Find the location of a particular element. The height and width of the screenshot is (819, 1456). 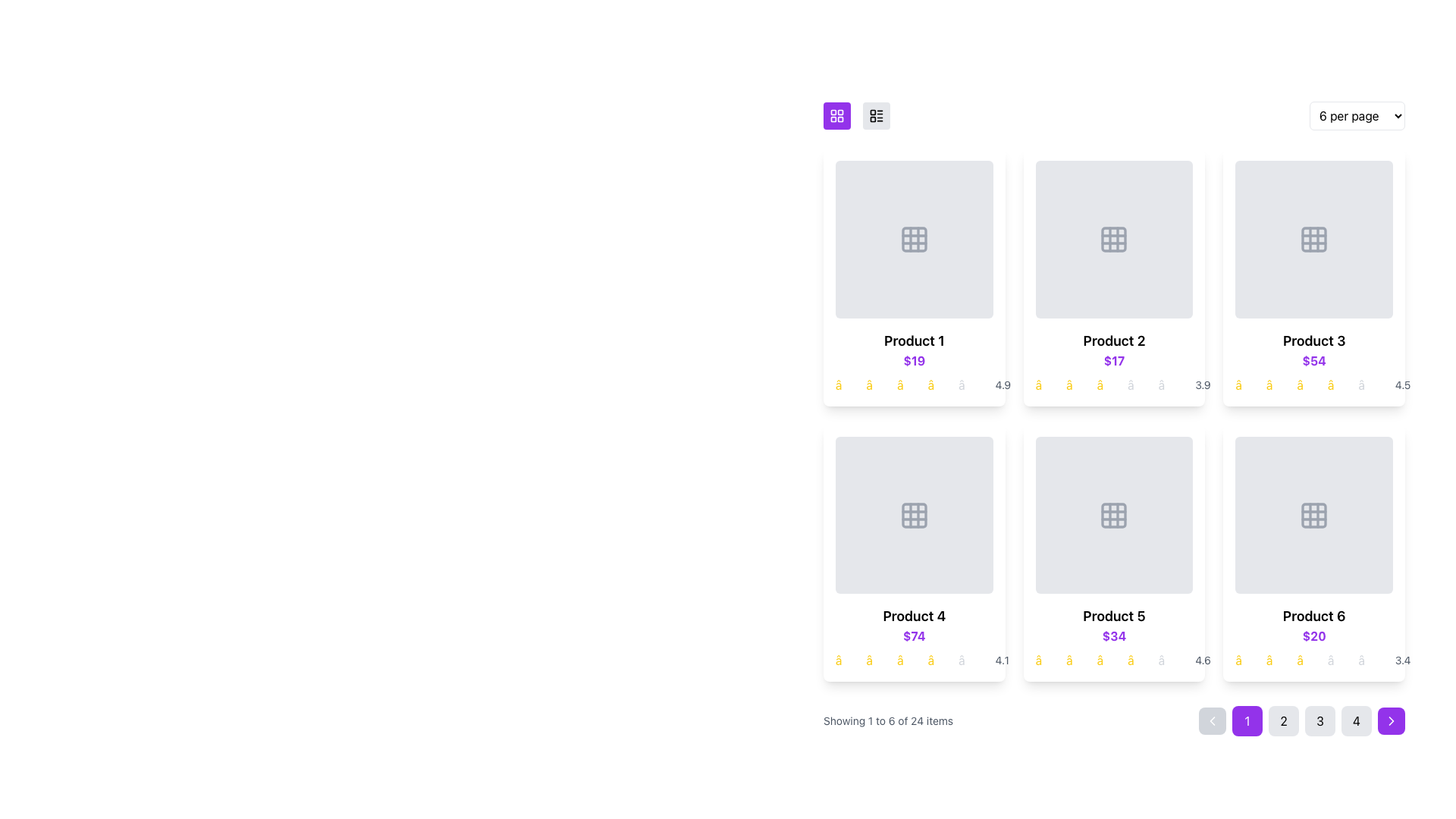

the static text displaying the number '4.9', which is positioned to the right of the star icons in the rating system below the 'Product 1' card is located at coordinates (1003, 384).